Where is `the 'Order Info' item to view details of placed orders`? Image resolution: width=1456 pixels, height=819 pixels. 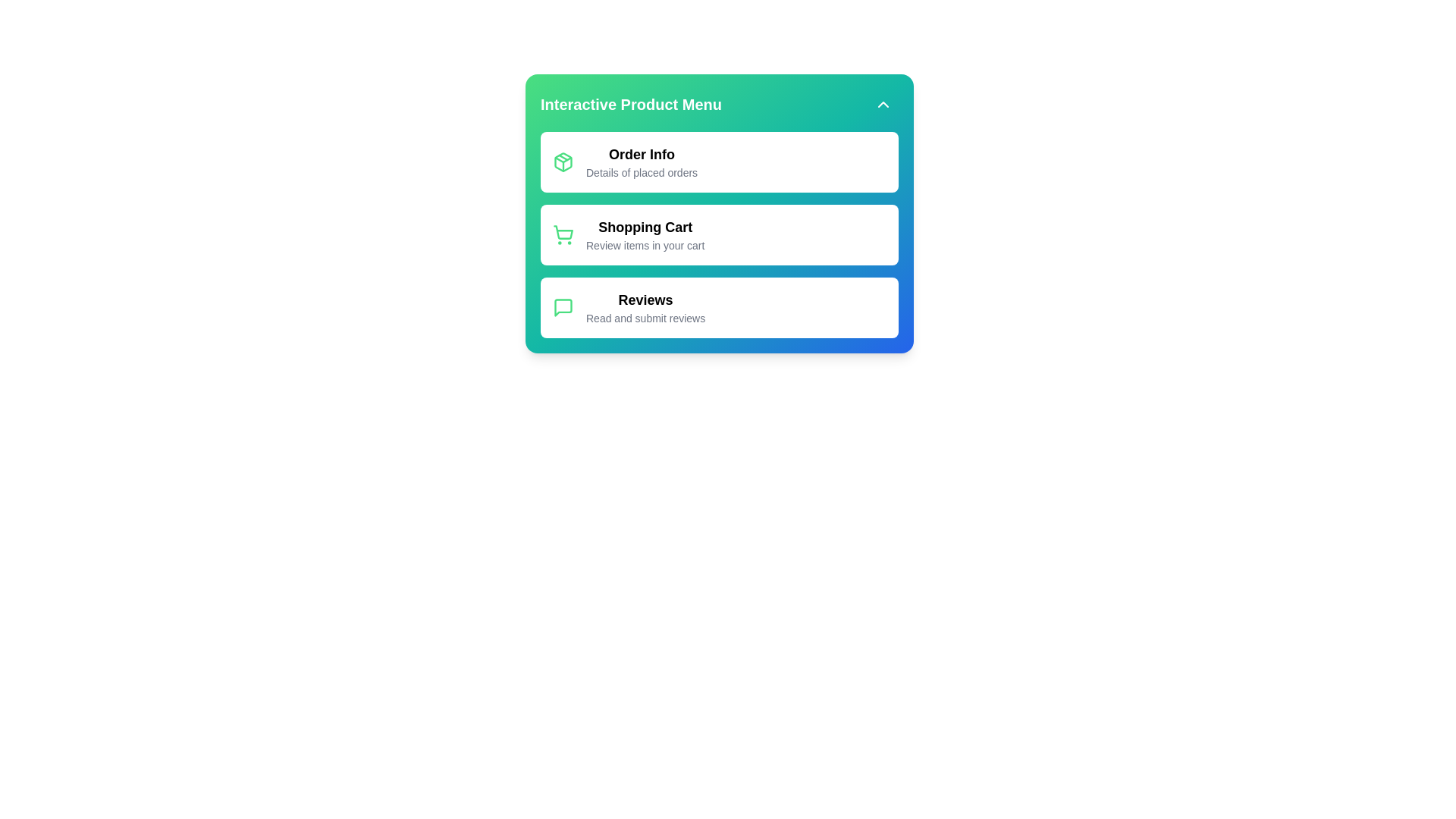
the 'Order Info' item to view details of placed orders is located at coordinates (642, 155).